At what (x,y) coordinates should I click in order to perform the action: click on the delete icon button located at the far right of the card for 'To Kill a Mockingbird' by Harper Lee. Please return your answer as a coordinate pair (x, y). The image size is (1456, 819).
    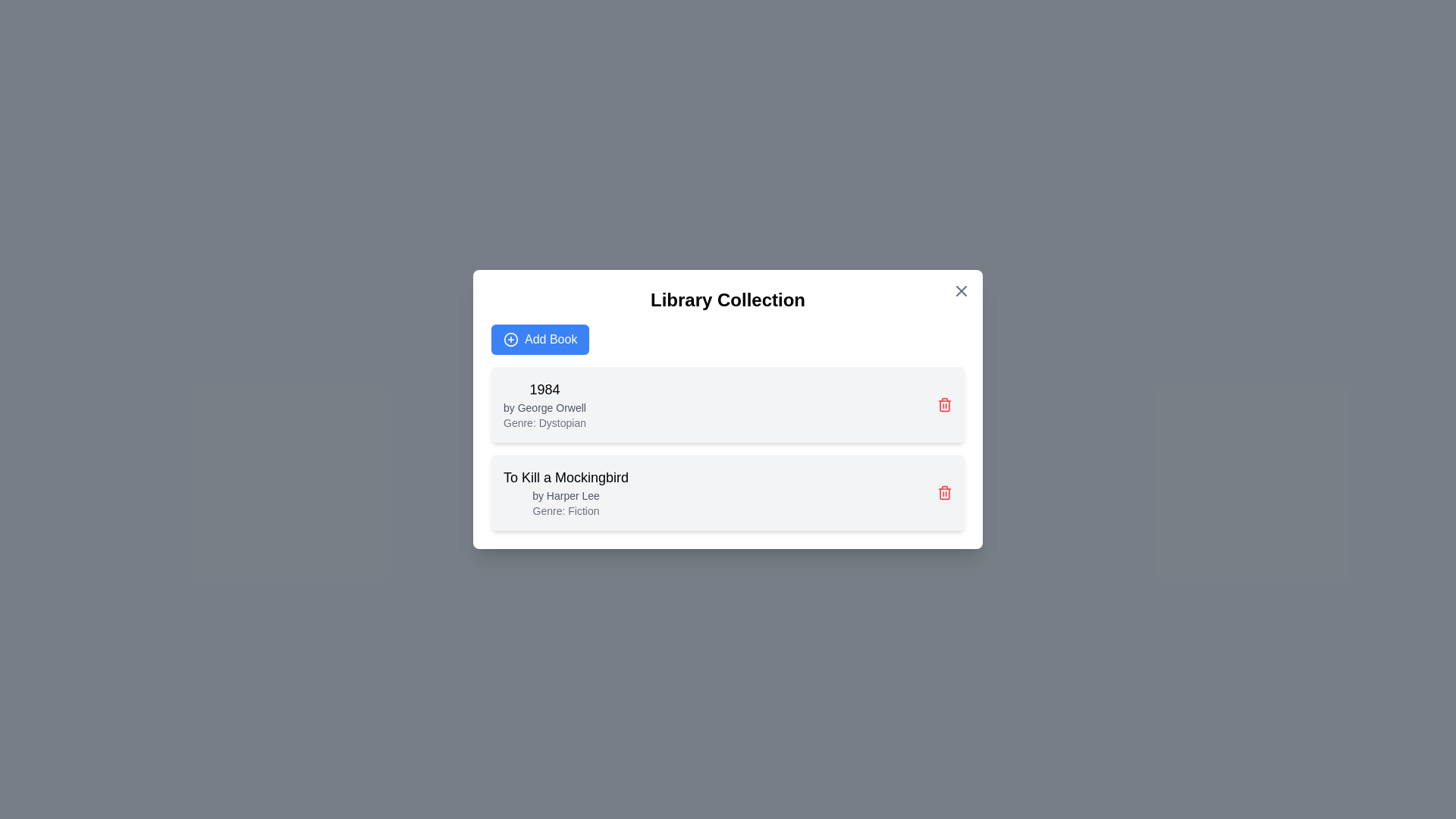
    Looking at the image, I should click on (944, 493).